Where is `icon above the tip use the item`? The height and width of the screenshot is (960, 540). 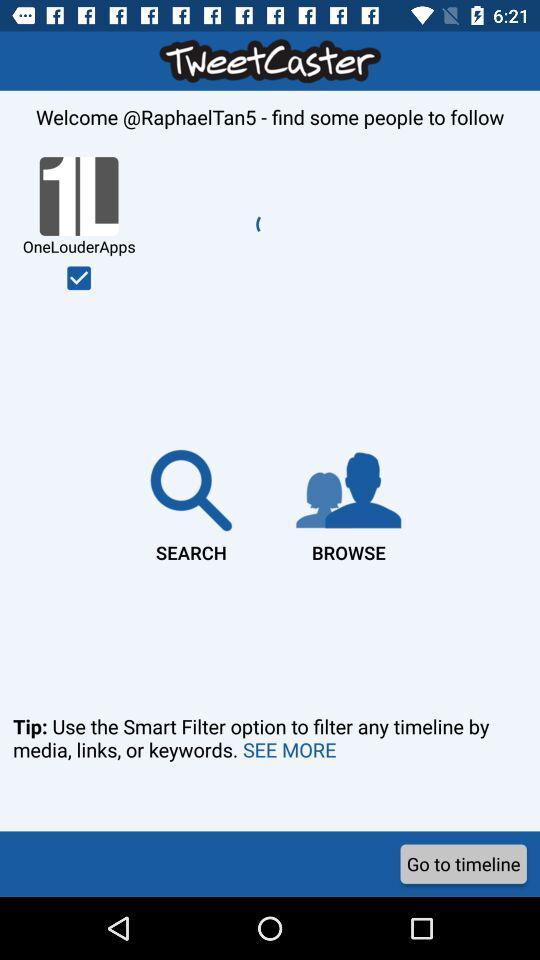
icon above the tip use the item is located at coordinates (78, 277).